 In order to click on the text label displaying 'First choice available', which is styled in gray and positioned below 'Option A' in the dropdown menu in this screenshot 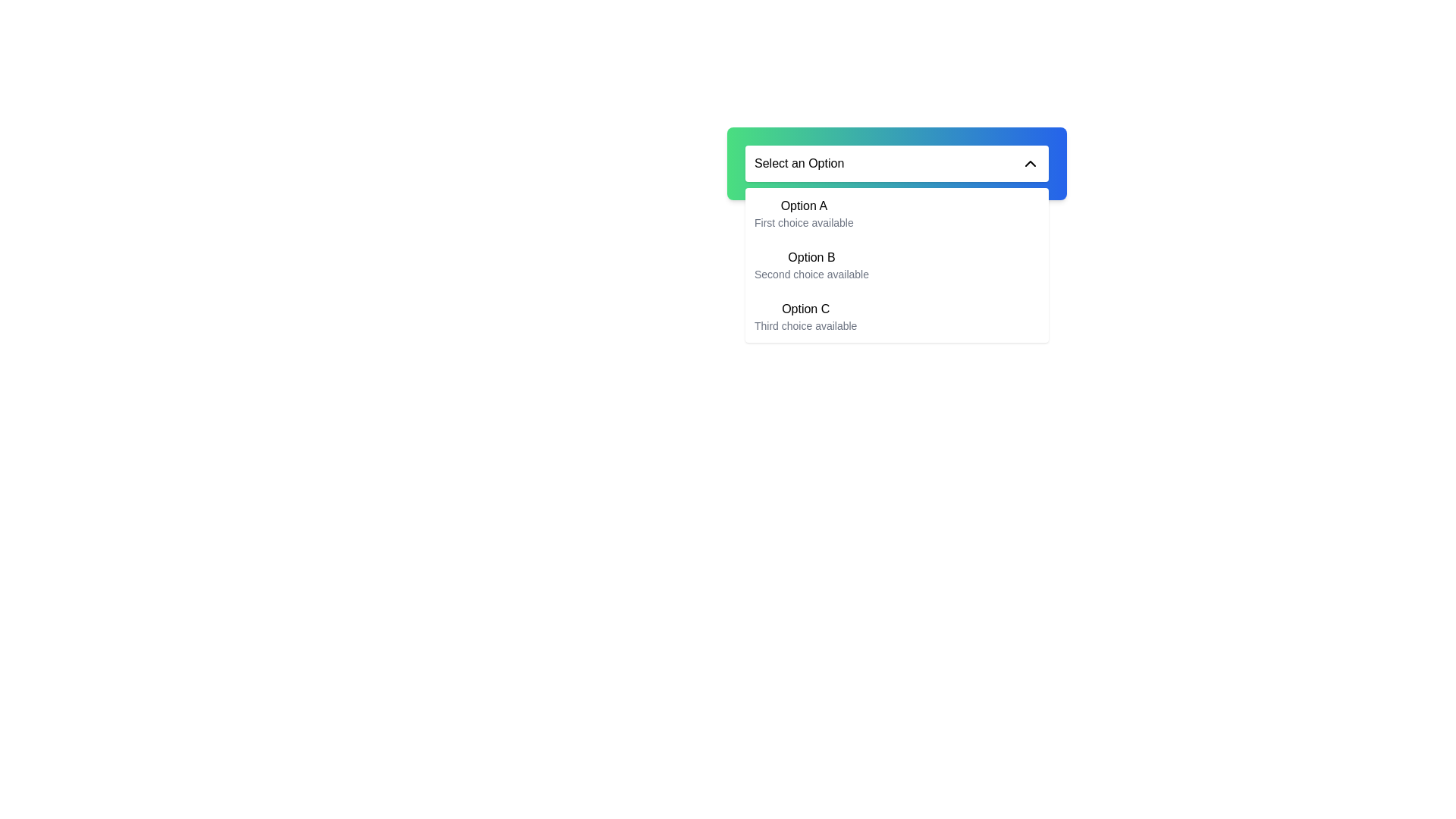, I will do `click(803, 222)`.